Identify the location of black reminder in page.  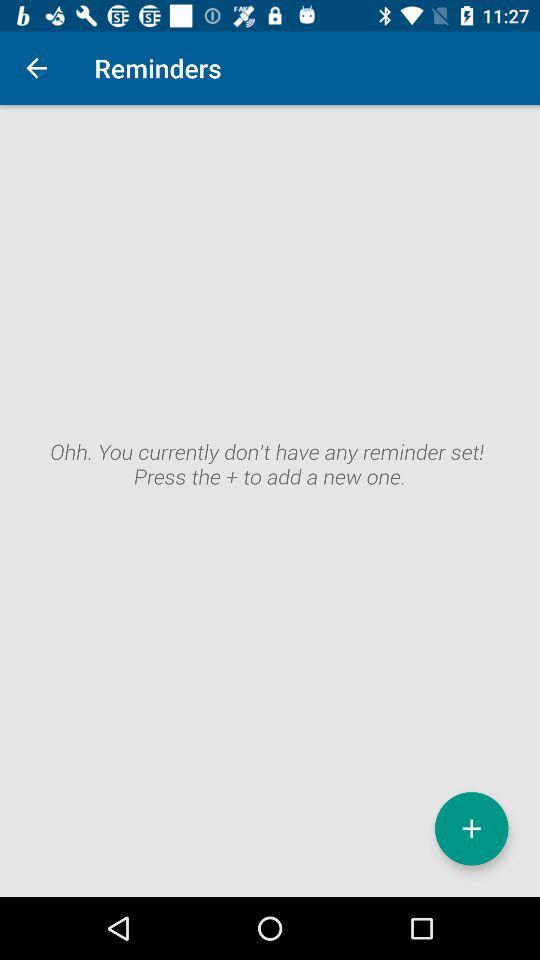
(270, 500).